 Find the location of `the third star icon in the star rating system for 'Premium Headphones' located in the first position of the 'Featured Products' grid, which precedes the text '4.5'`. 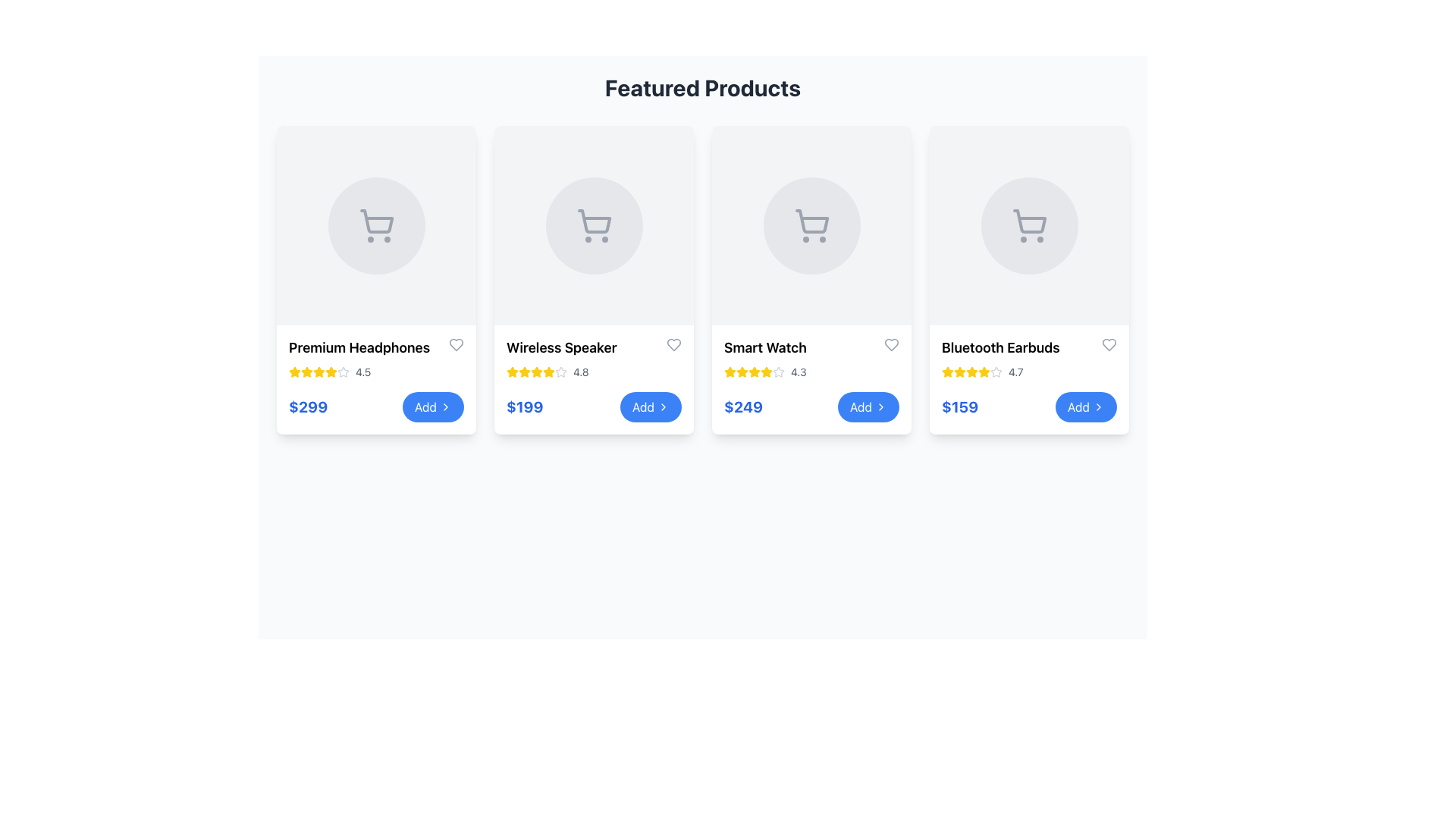

the third star icon in the star rating system for 'Premium Headphones' located in the first position of the 'Featured Products' grid, which precedes the text '4.5' is located at coordinates (306, 372).